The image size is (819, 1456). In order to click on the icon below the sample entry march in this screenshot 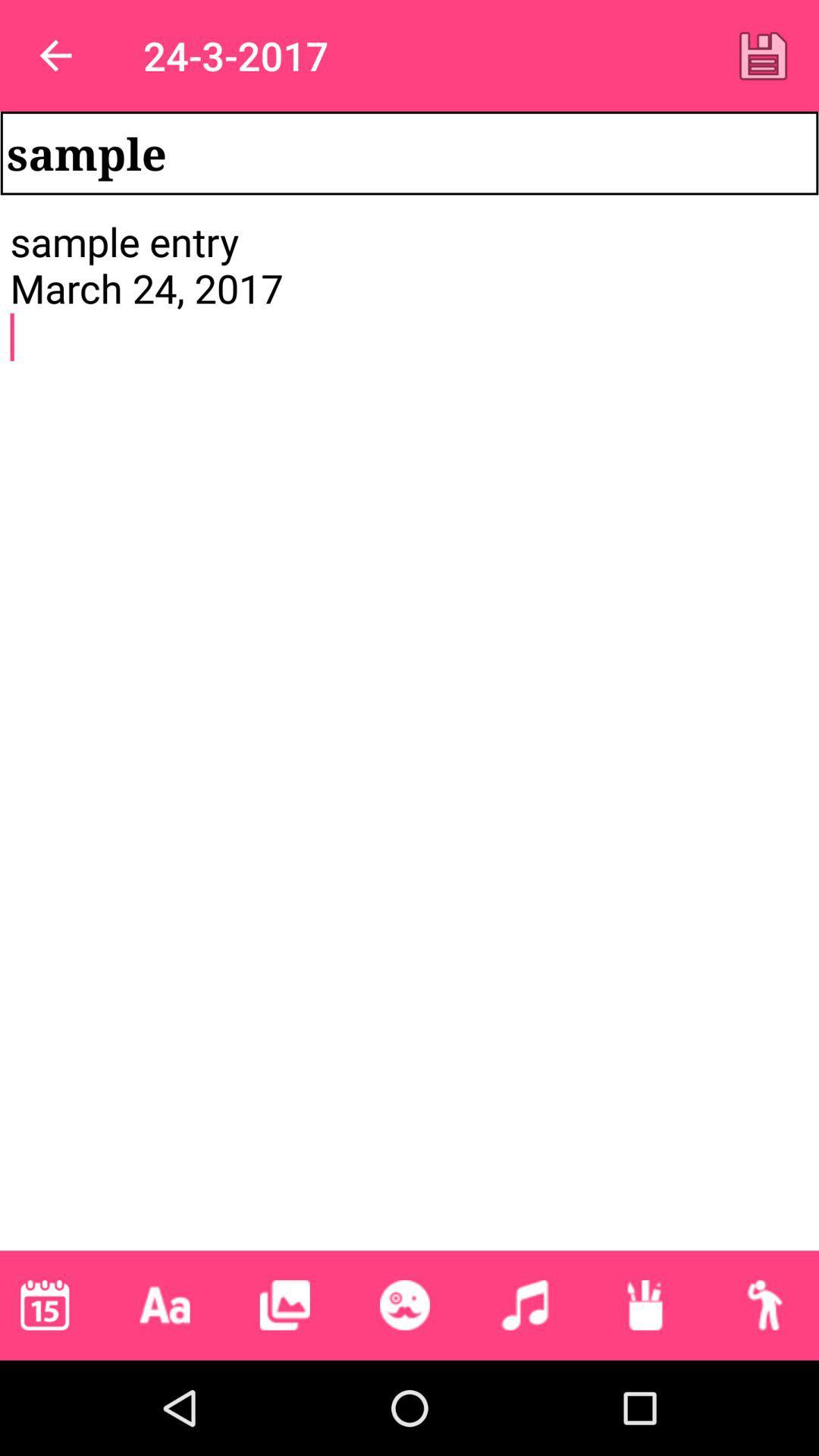, I will do `click(44, 1304)`.